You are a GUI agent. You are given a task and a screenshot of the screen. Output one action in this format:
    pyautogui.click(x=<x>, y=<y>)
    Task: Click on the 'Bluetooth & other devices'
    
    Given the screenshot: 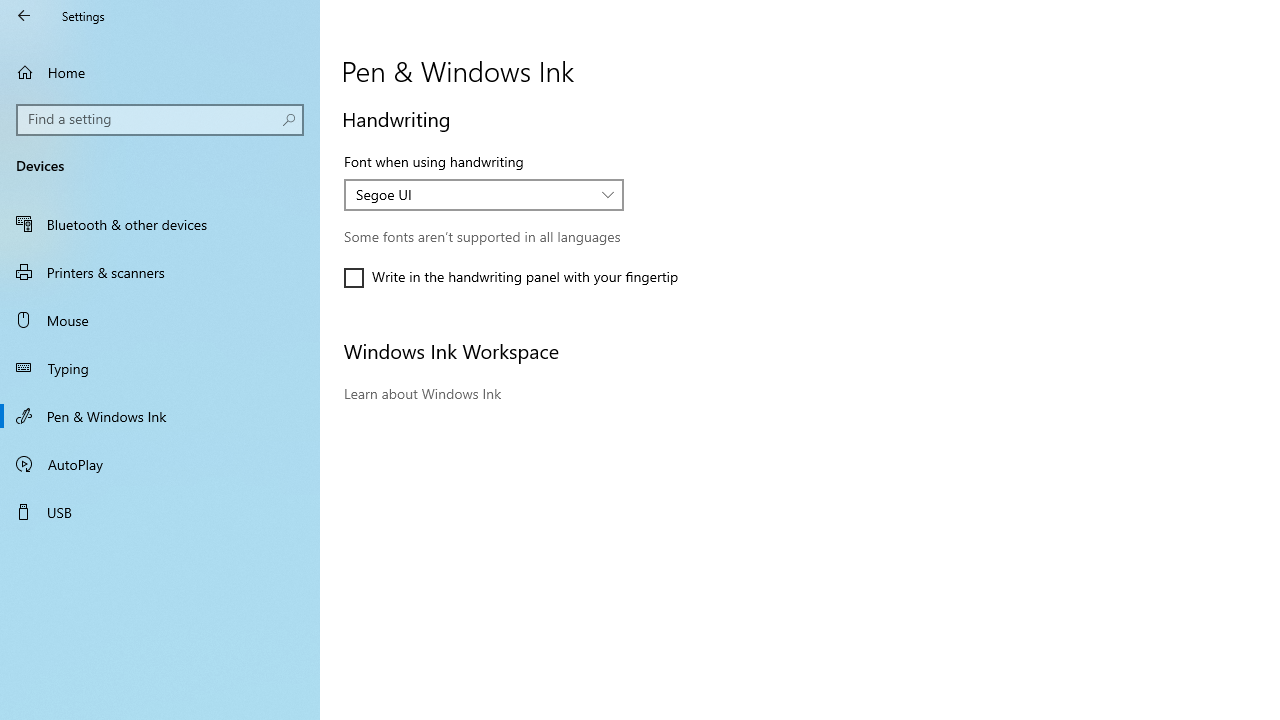 What is the action you would take?
    pyautogui.click(x=160, y=223)
    